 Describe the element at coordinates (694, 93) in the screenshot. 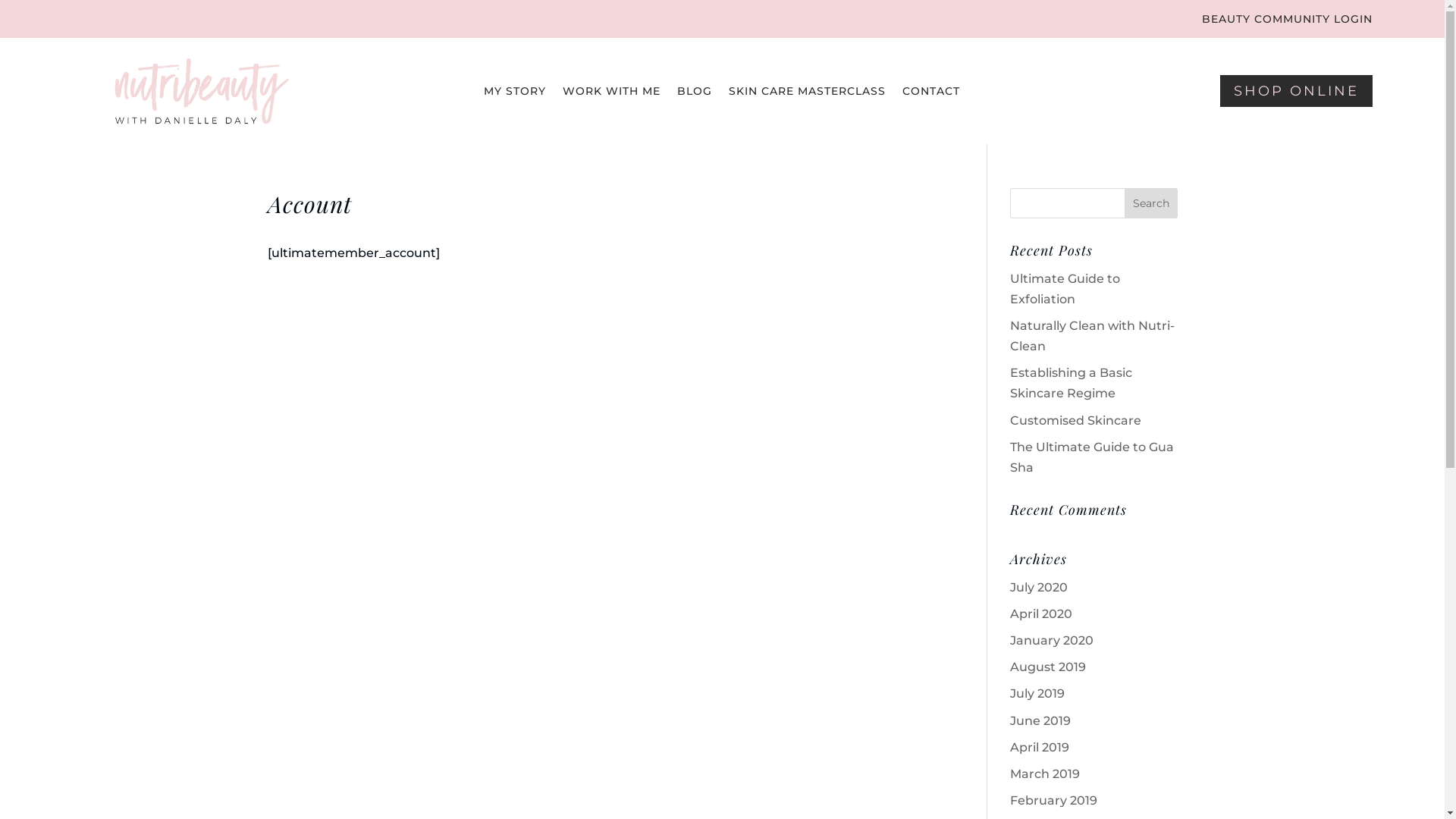

I see `'BLOG'` at that location.